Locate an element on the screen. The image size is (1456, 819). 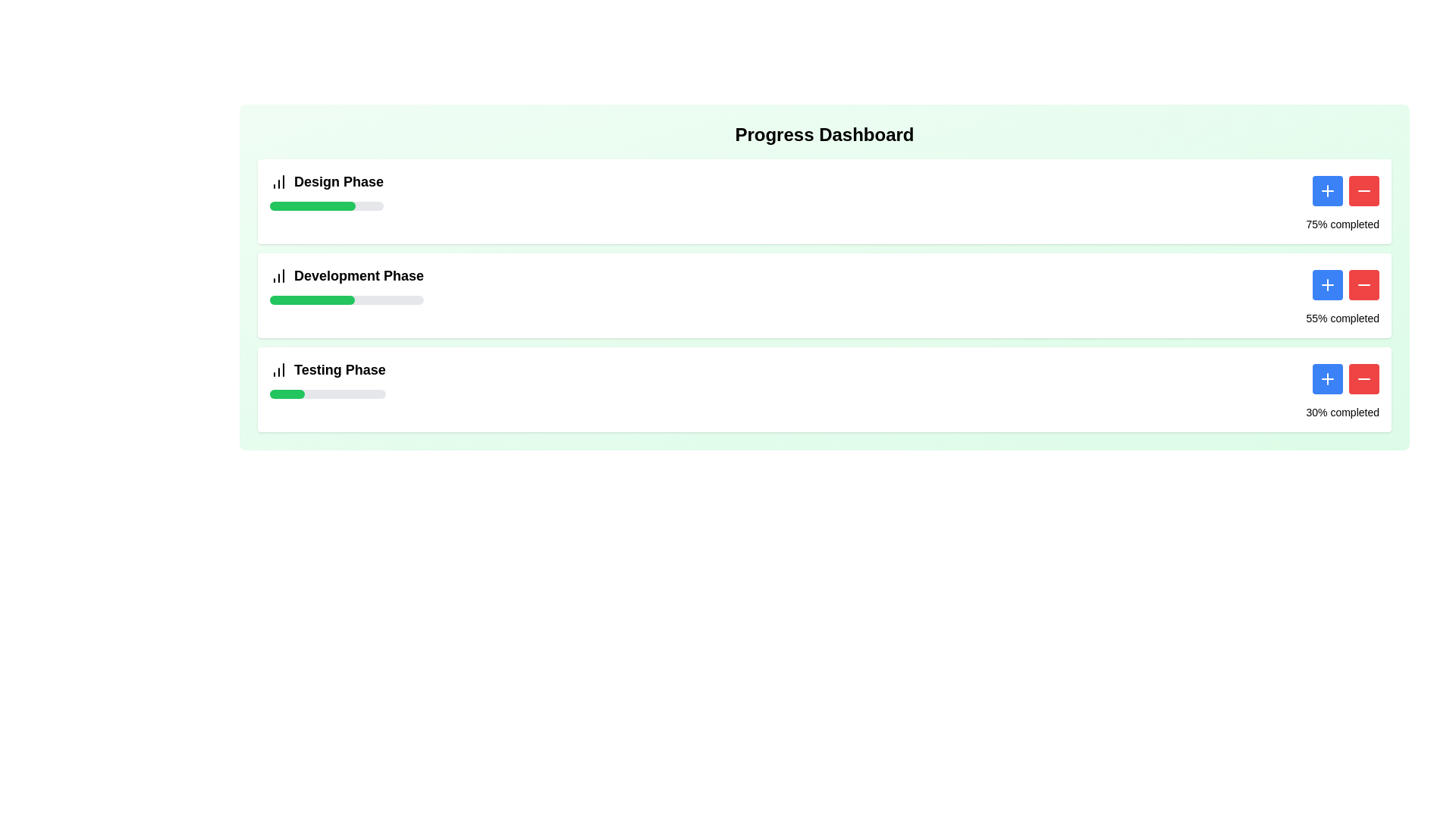
the completion percentage represented by the middle progress bar located below the 'Development Phase' text is located at coordinates (346, 300).